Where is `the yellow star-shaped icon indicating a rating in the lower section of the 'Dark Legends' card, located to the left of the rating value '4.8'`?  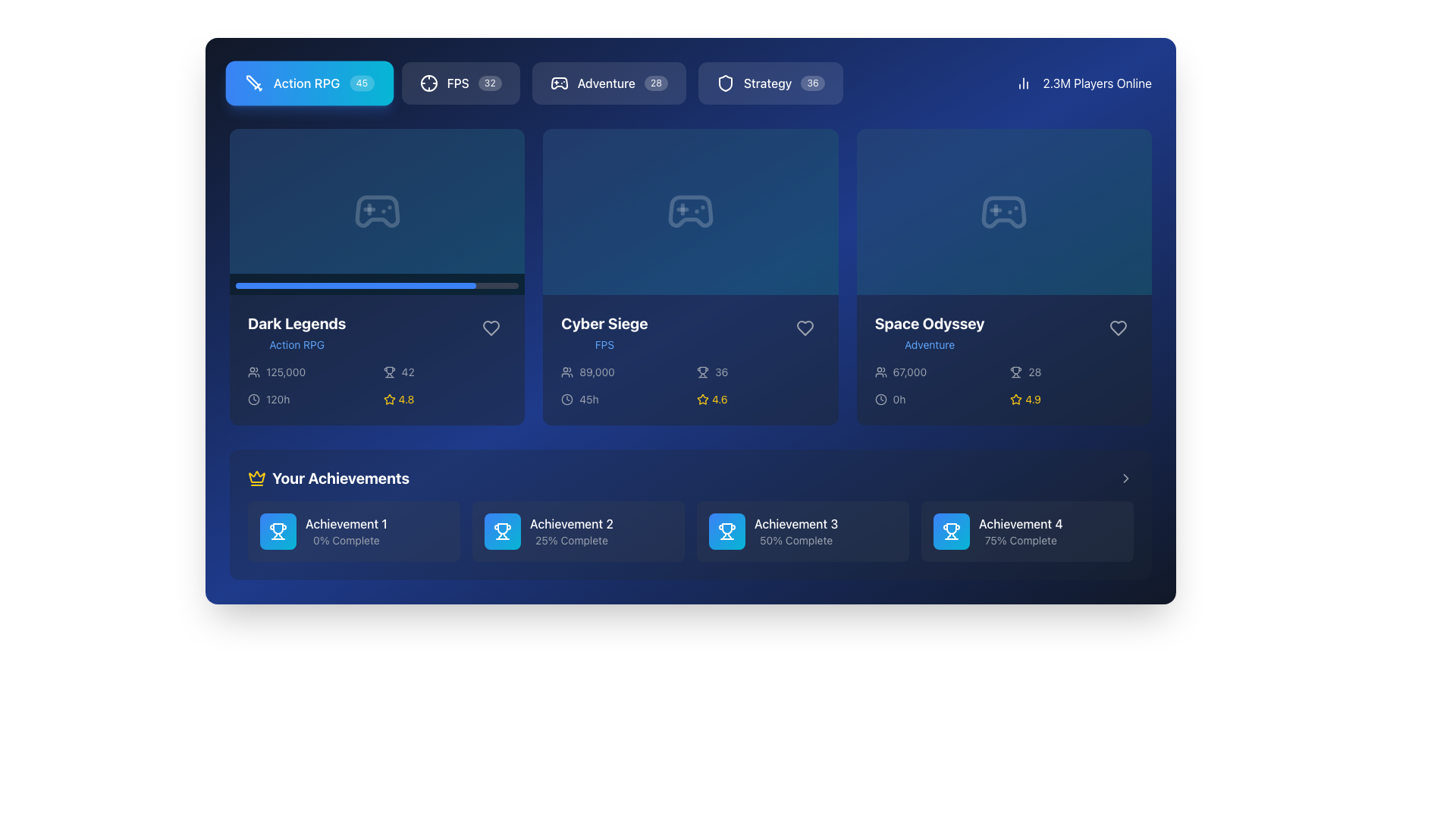
the yellow star-shaped icon indicating a rating in the lower section of the 'Dark Legends' card, located to the left of the rating value '4.8' is located at coordinates (389, 398).